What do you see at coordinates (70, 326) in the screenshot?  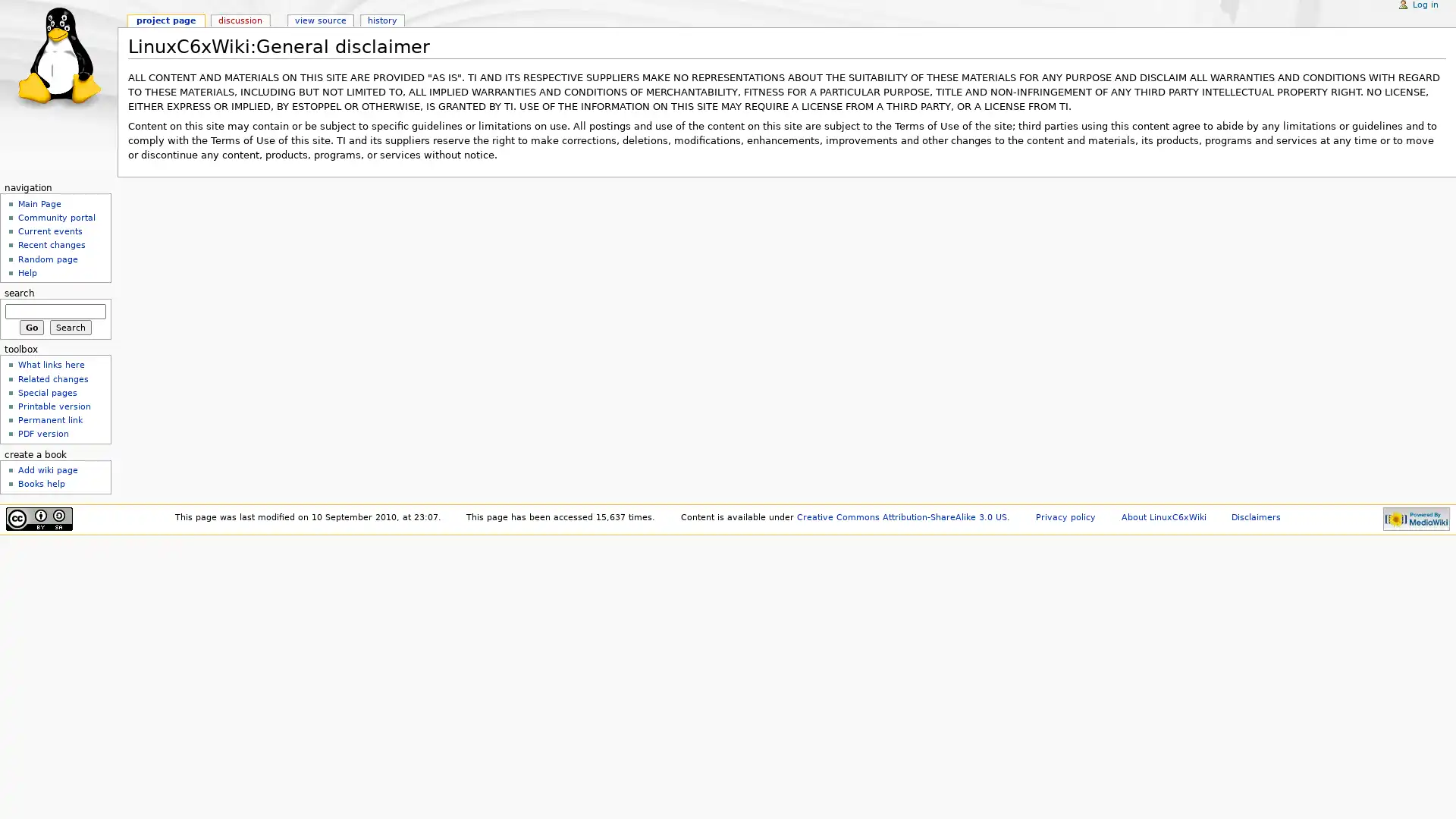 I see `Search` at bounding box center [70, 326].